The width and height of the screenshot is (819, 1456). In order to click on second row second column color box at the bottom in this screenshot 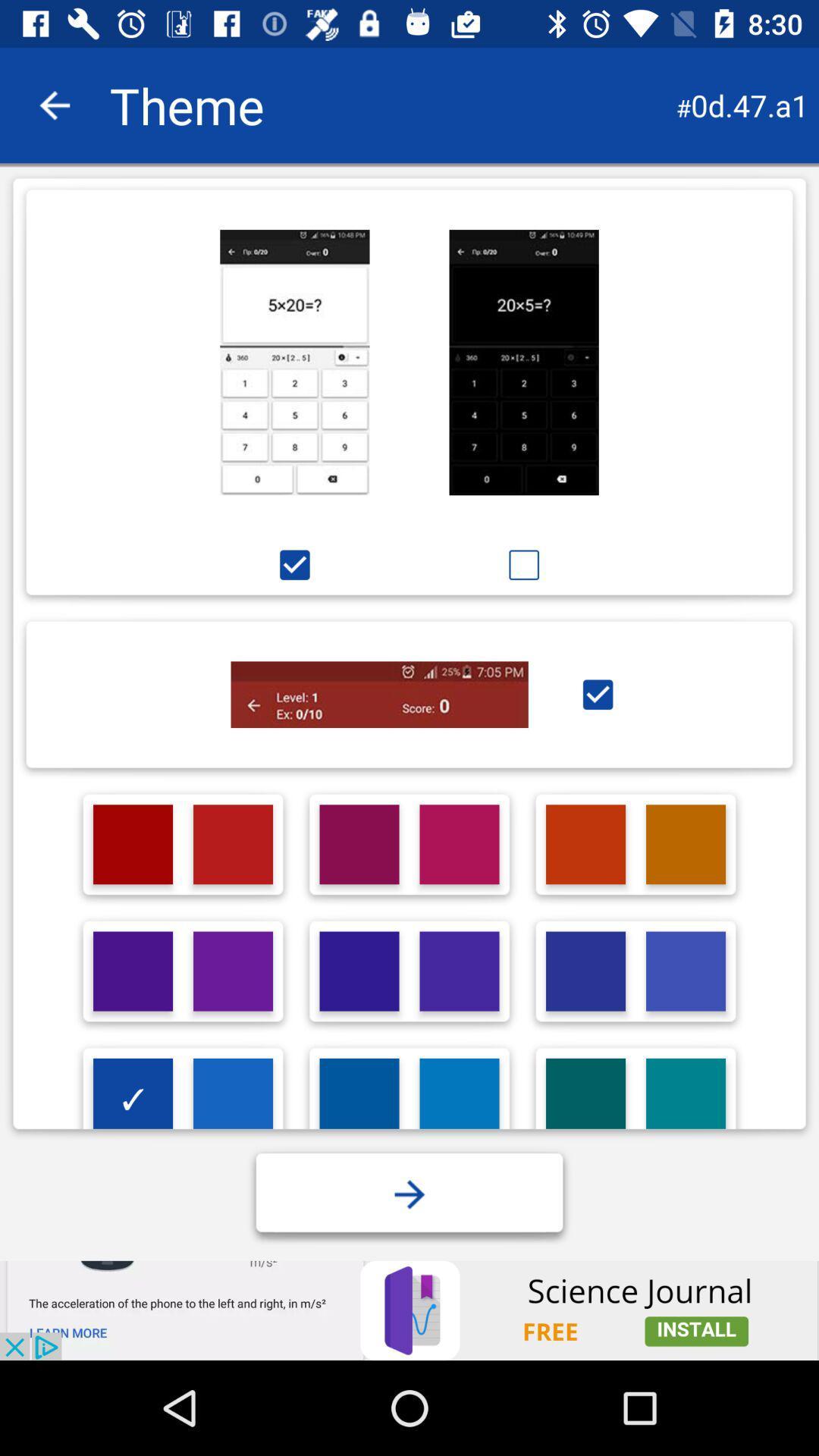, I will do `click(233, 971)`.